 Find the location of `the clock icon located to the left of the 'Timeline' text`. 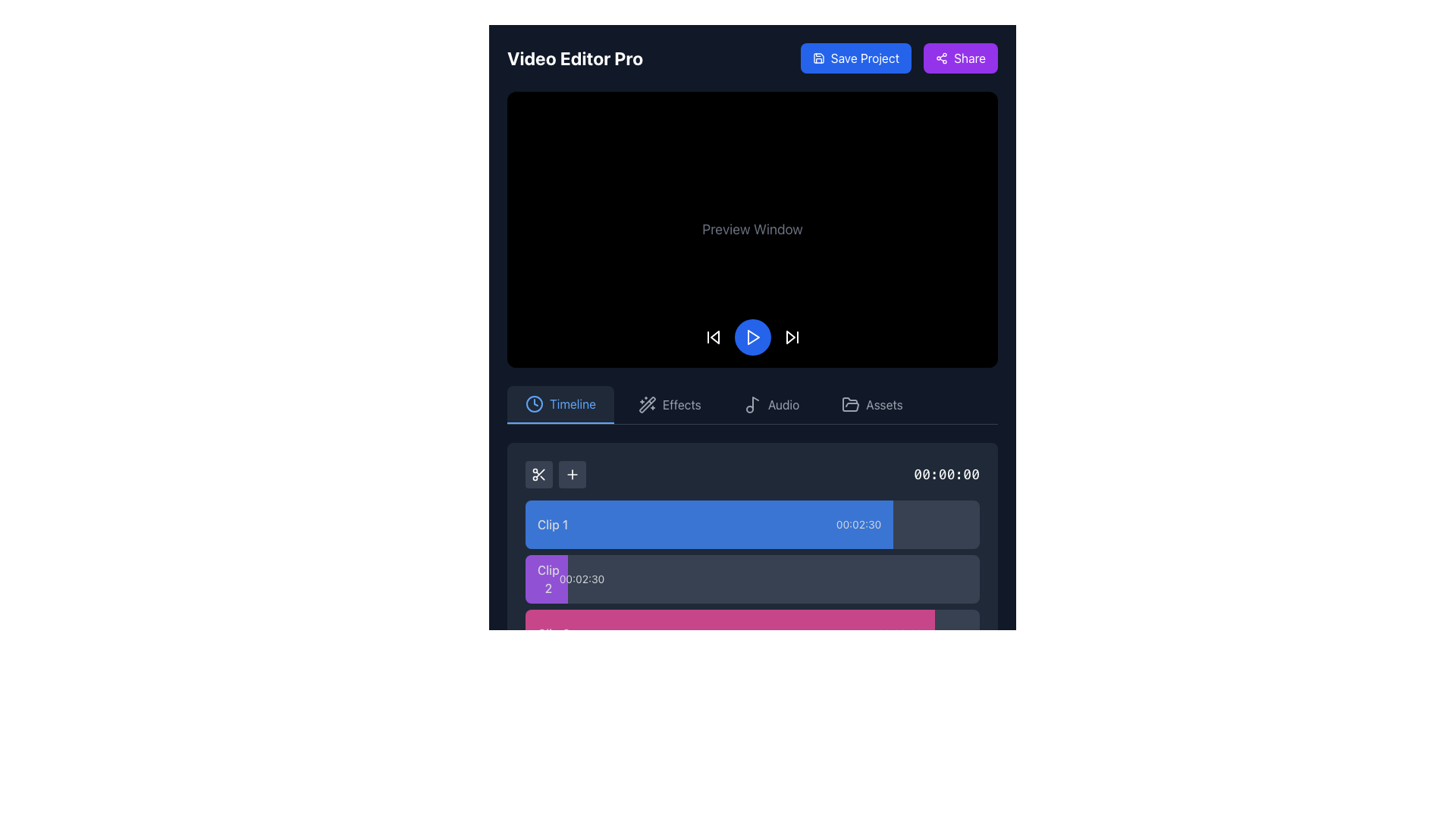

the clock icon located to the left of the 'Timeline' text is located at coordinates (535, 403).